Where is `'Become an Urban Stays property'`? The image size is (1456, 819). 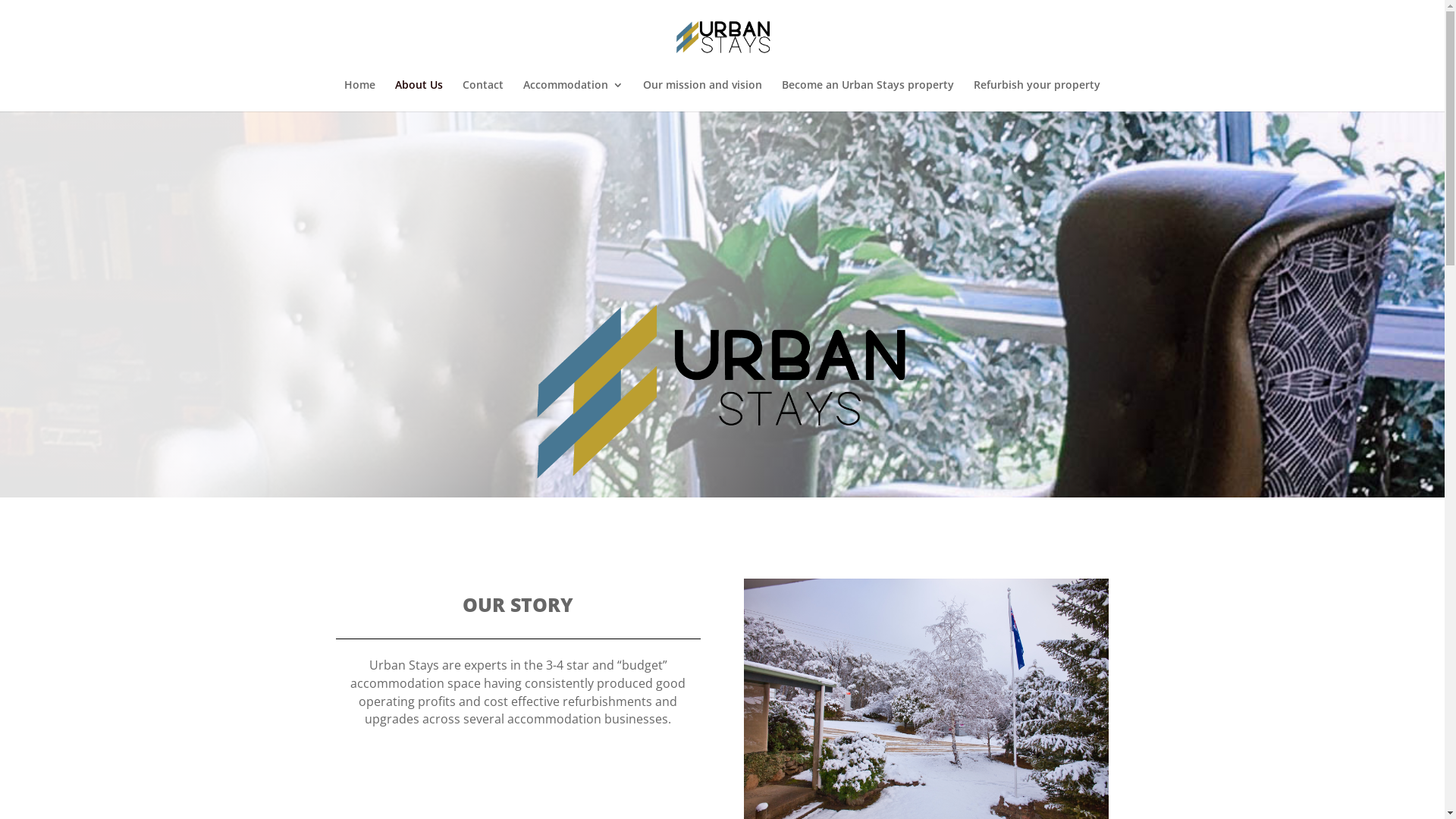 'Become an Urban Stays property' is located at coordinates (868, 96).